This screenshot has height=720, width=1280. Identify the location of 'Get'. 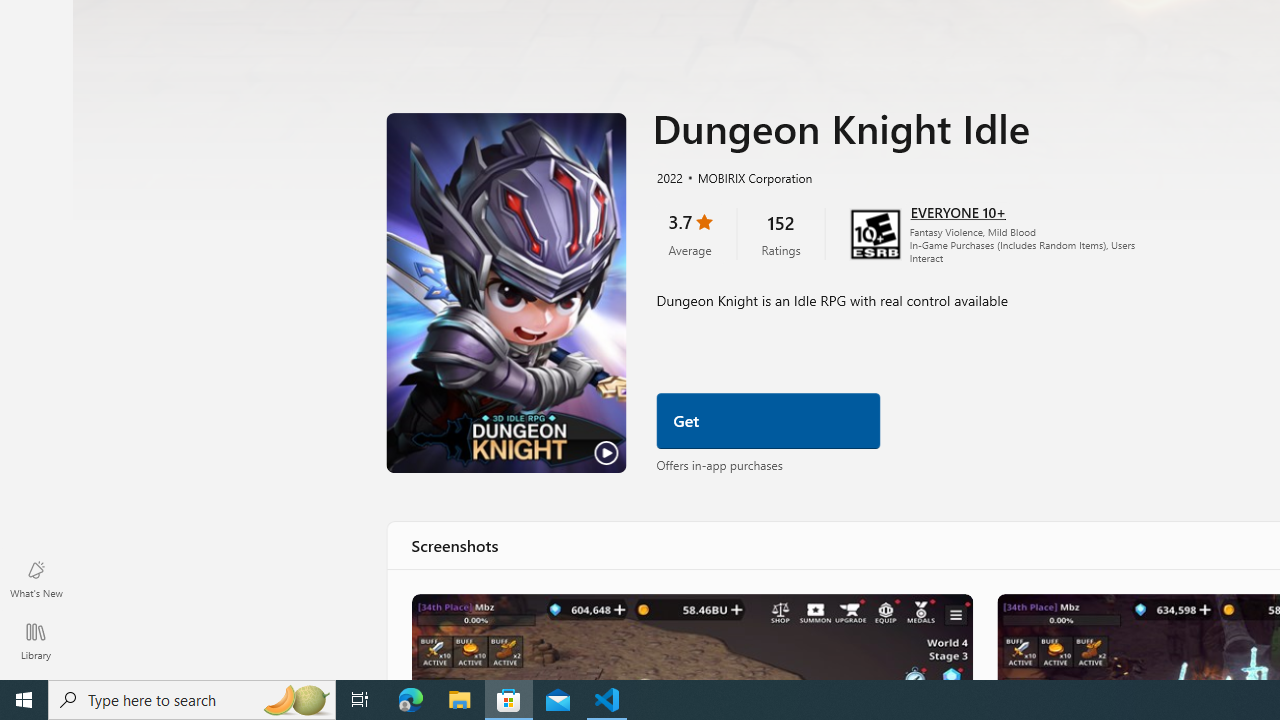
(767, 420).